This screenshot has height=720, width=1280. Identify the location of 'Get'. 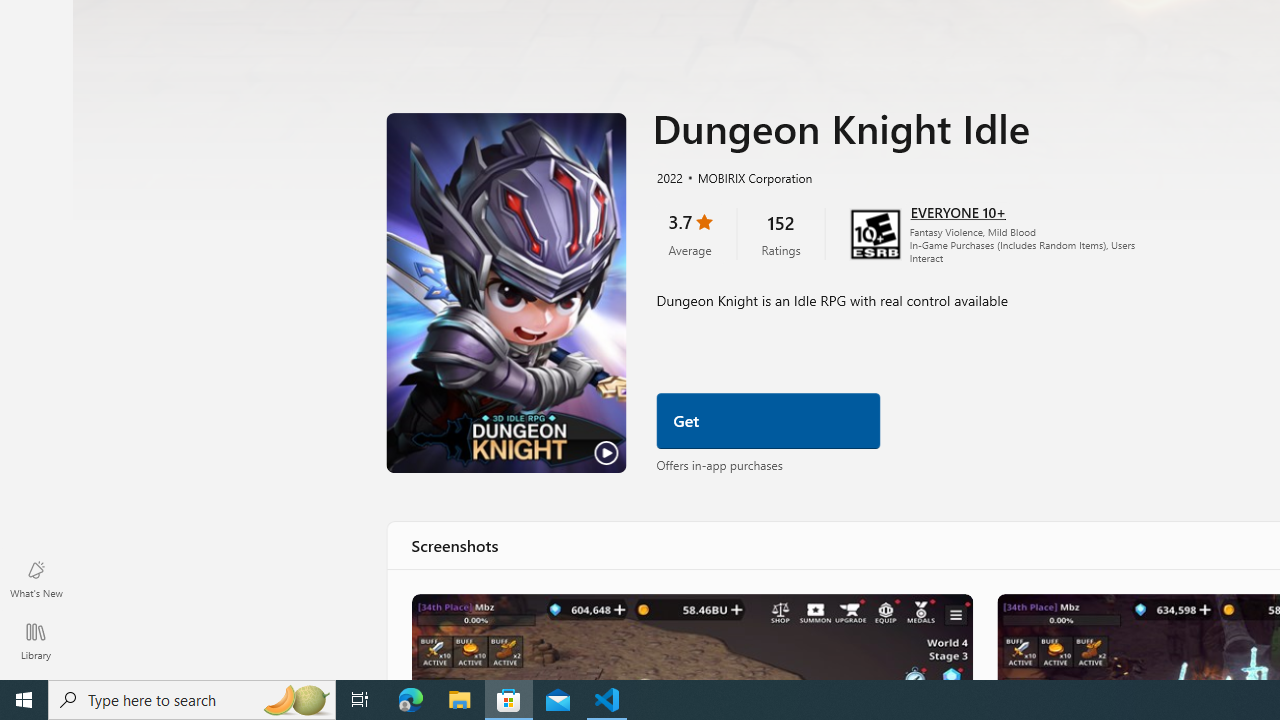
(767, 420).